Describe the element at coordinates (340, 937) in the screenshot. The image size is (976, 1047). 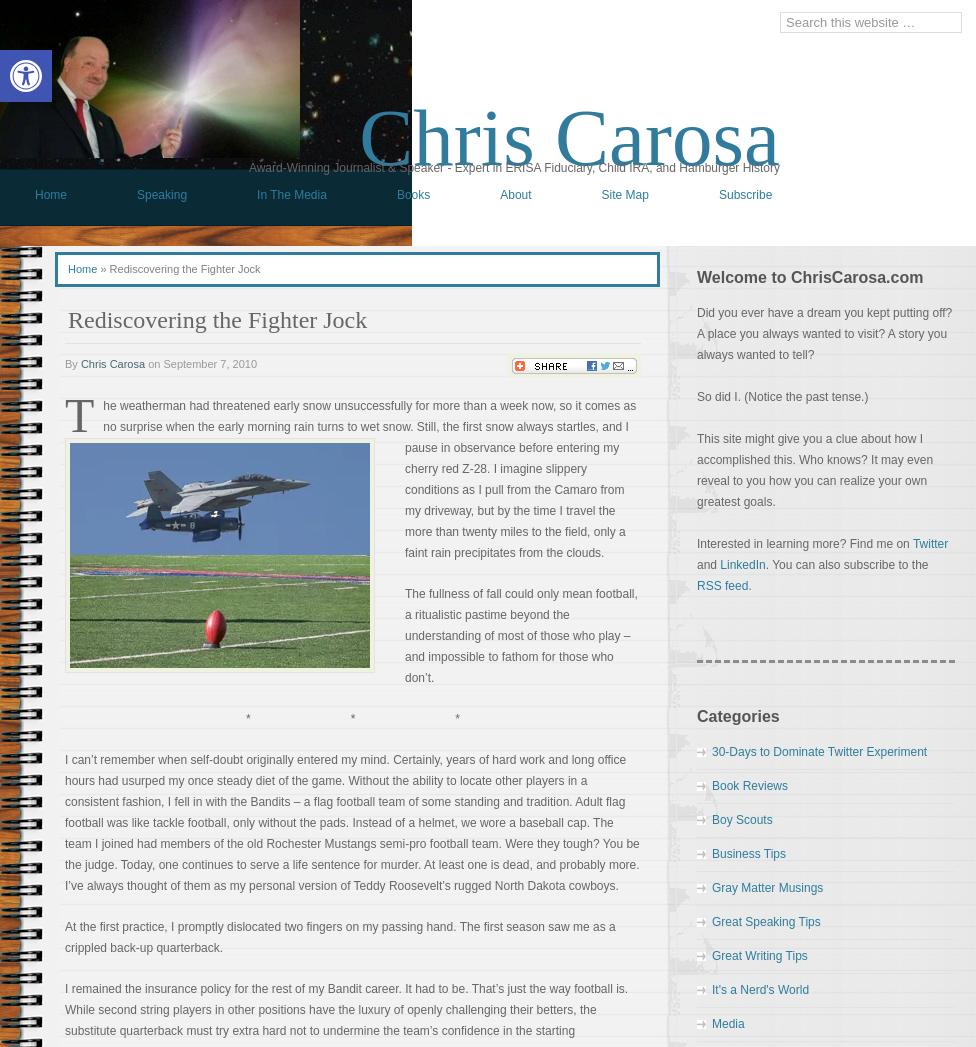
I see `'At the first practice, I promptly dislocated two fingers on my passing hand. The first season saw me as a crippled back-up quarterback.'` at that location.